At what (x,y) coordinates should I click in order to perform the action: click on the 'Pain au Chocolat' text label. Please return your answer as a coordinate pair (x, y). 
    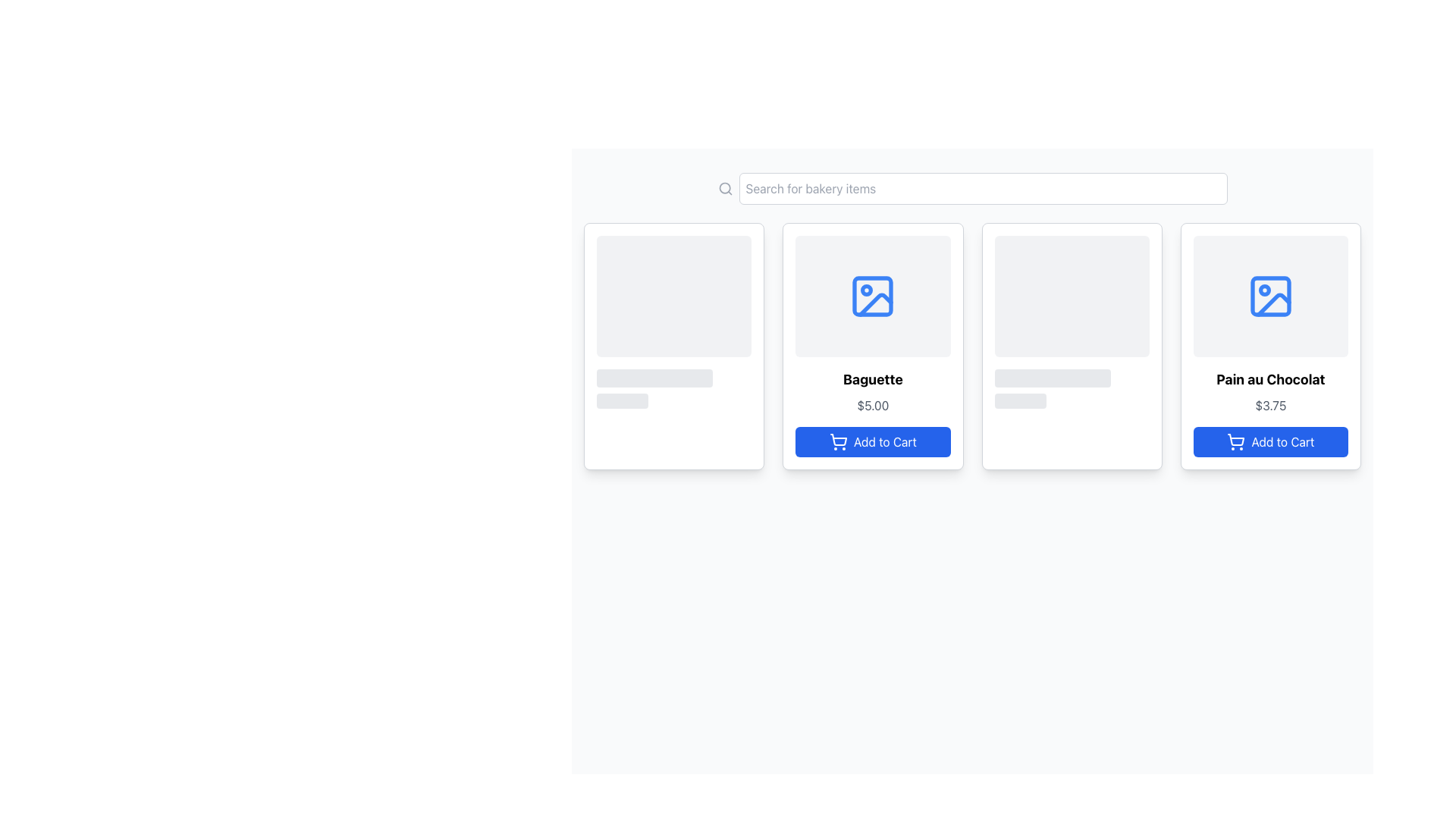
    Looking at the image, I should click on (1270, 379).